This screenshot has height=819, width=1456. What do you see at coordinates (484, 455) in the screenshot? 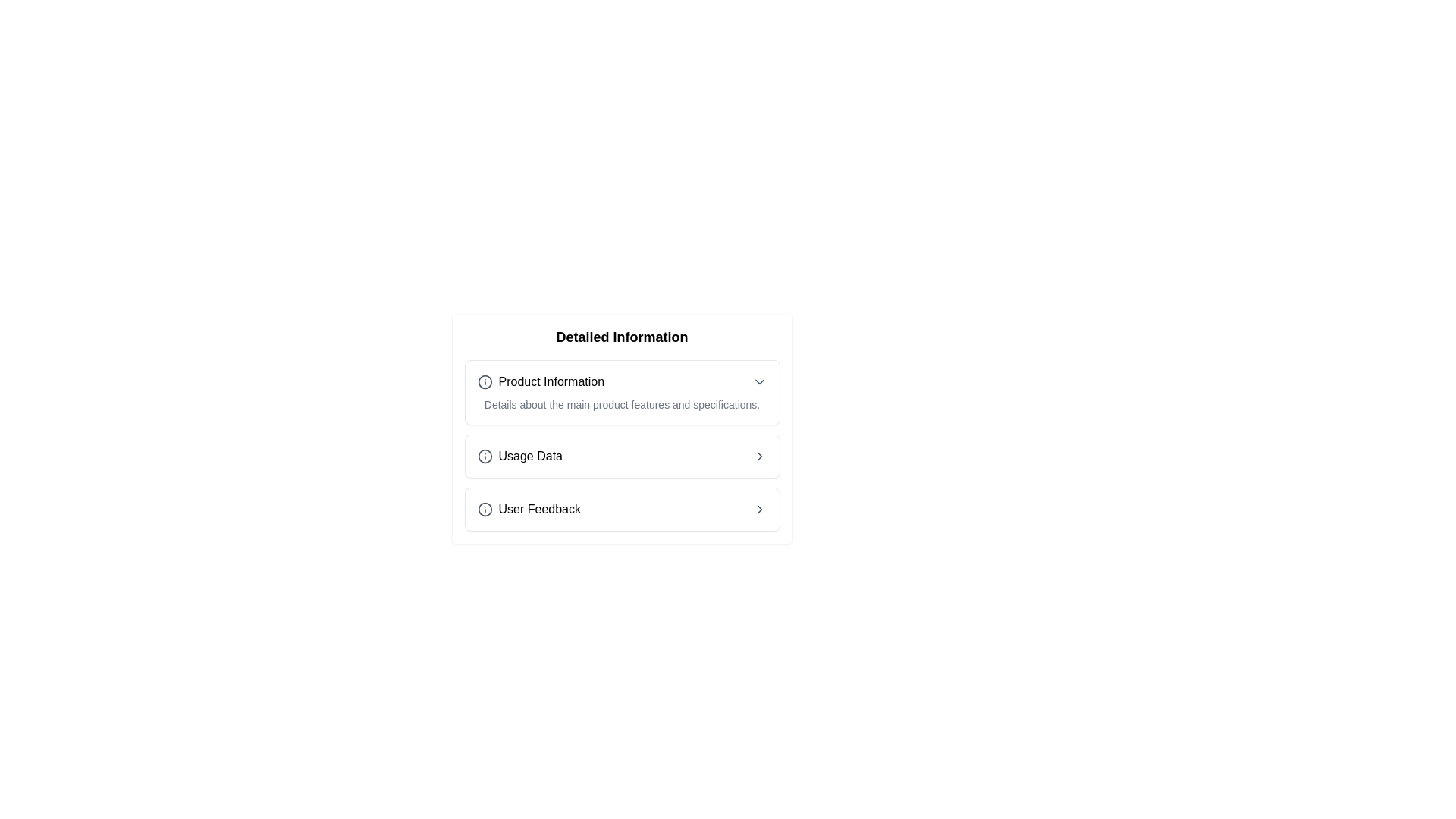
I see `the information icon with a circular outline and a dot, located in the leftmost part of the 'Usage Data' item row` at bounding box center [484, 455].